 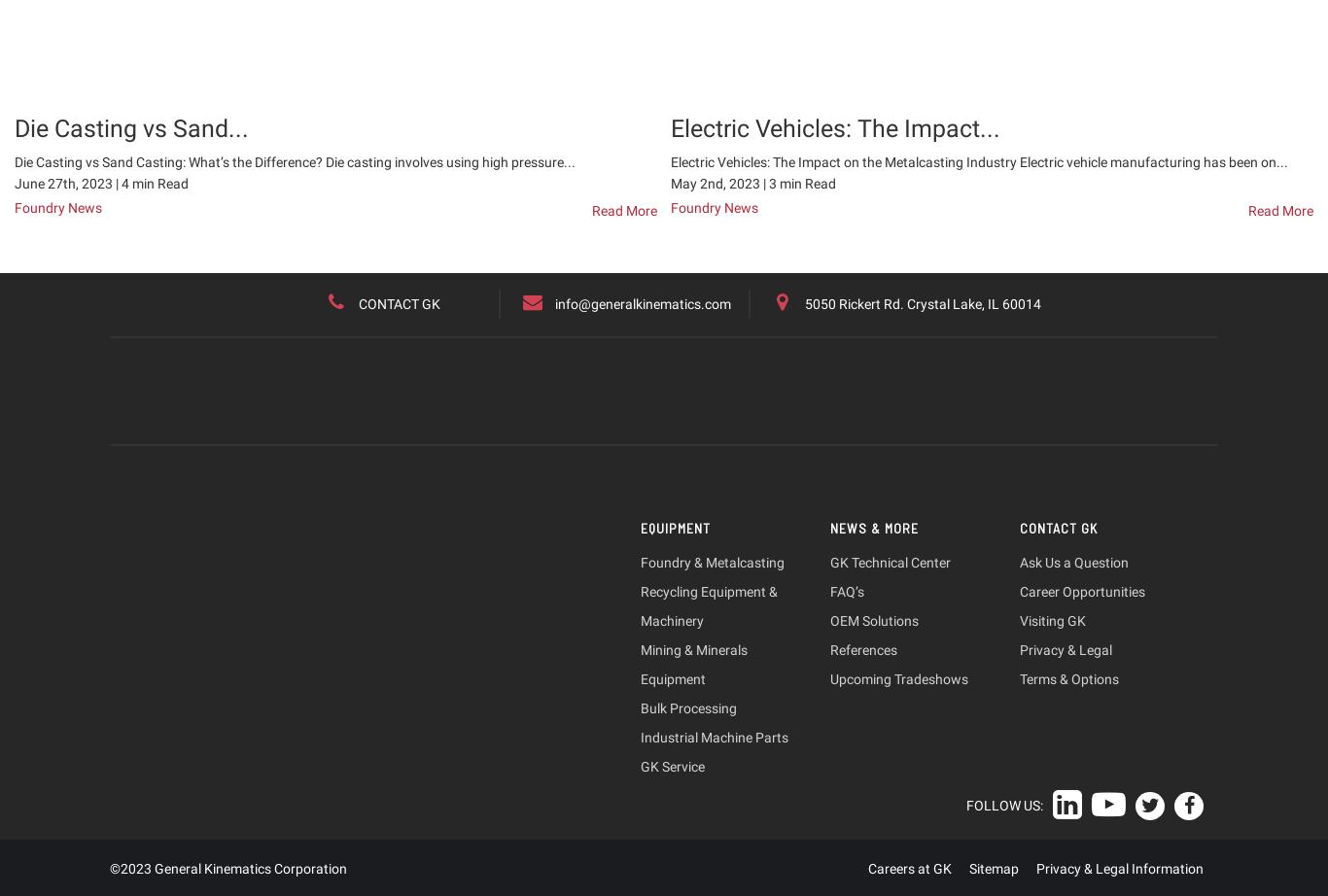 What do you see at coordinates (123, 182) in the screenshot?
I see `'4'` at bounding box center [123, 182].